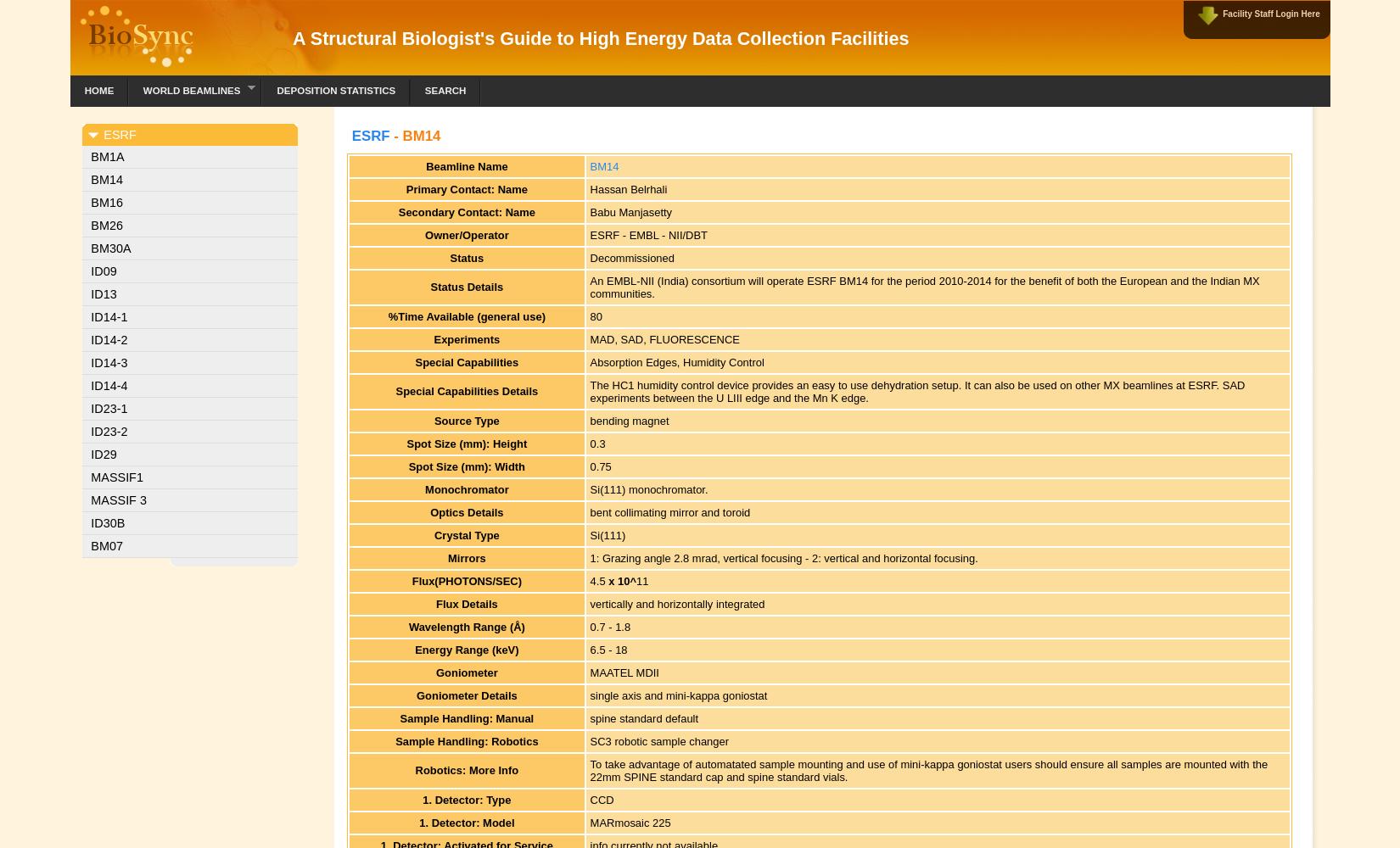 This screenshot has width=1400, height=848. I want to click on '6.5 - 18', so click(607, 649).